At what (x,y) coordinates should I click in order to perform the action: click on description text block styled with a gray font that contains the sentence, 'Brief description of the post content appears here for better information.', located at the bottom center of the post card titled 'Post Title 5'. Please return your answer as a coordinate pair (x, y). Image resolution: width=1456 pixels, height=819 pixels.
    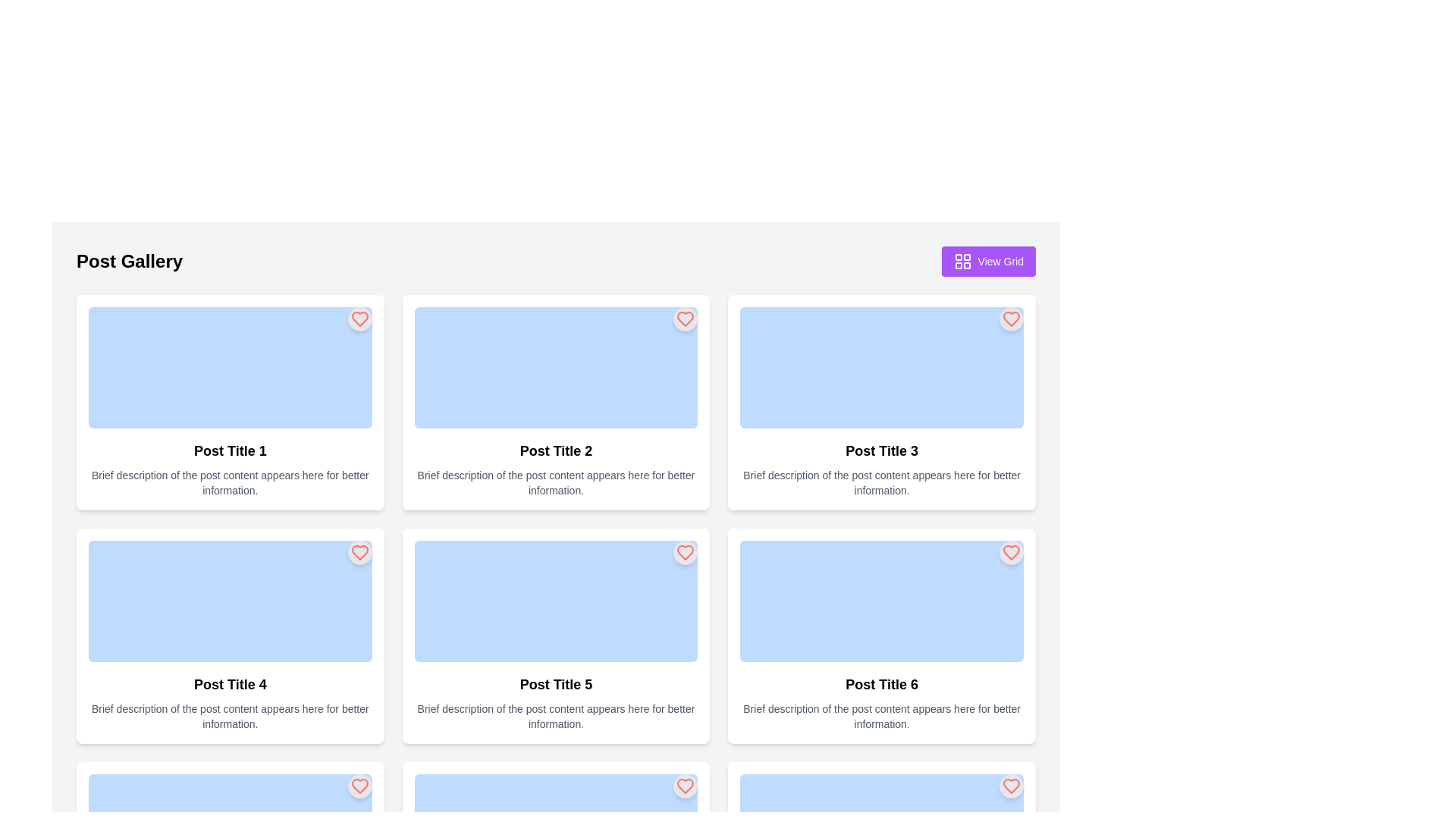
    Looking at the image, I should click on (555, 717).